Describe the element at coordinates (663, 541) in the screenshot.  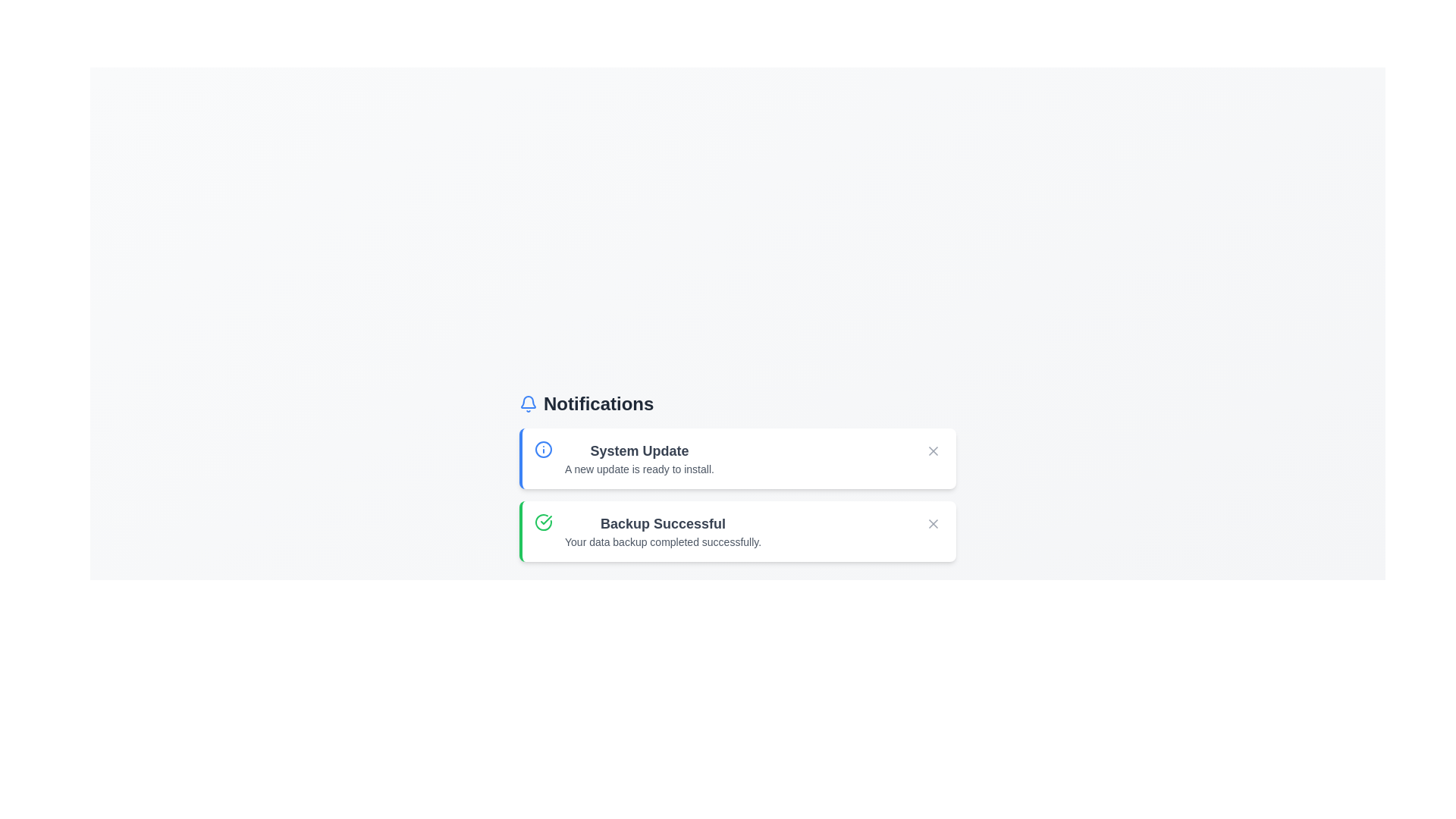
I see `the text message 'Your data backup completed successfully.' which is styled in gray and located within the notification card, positioned below the headline 'Backup Successful'` at that location.